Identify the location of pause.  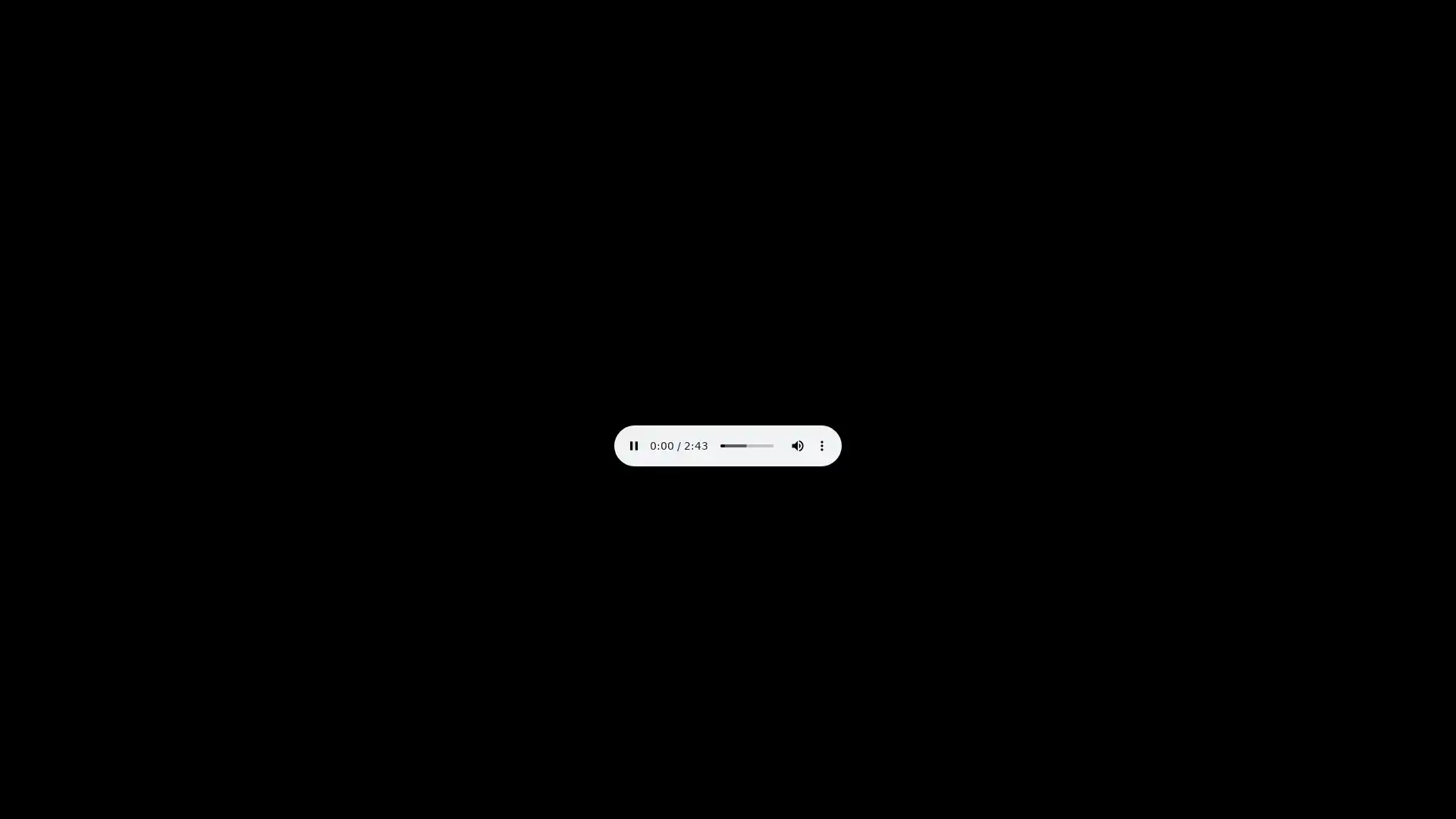
(633, 444).